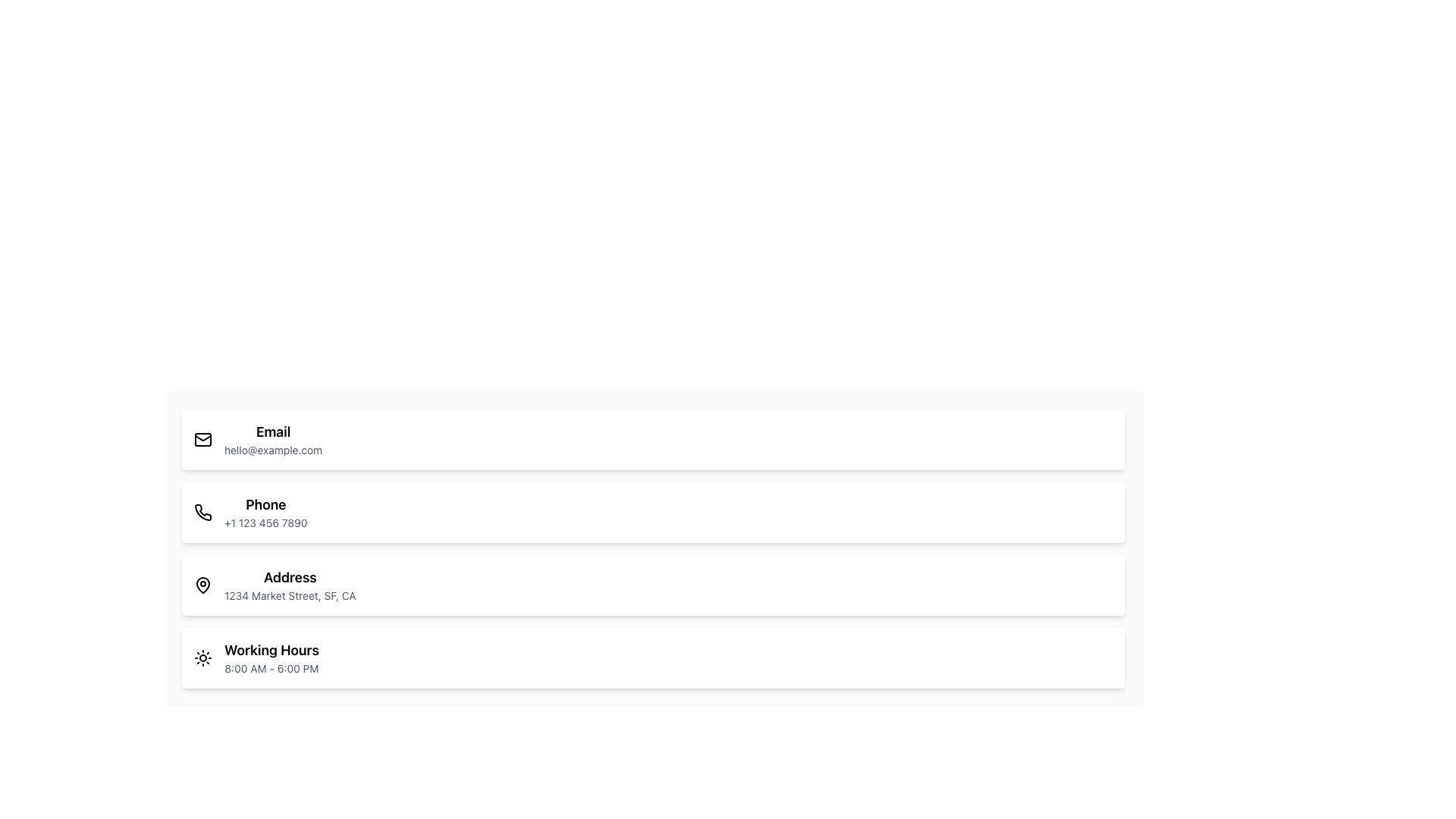  I want to click on text content of the 'Address' label that categorizes the user's address, located in the third row of the contact information list, so click(290, 578).